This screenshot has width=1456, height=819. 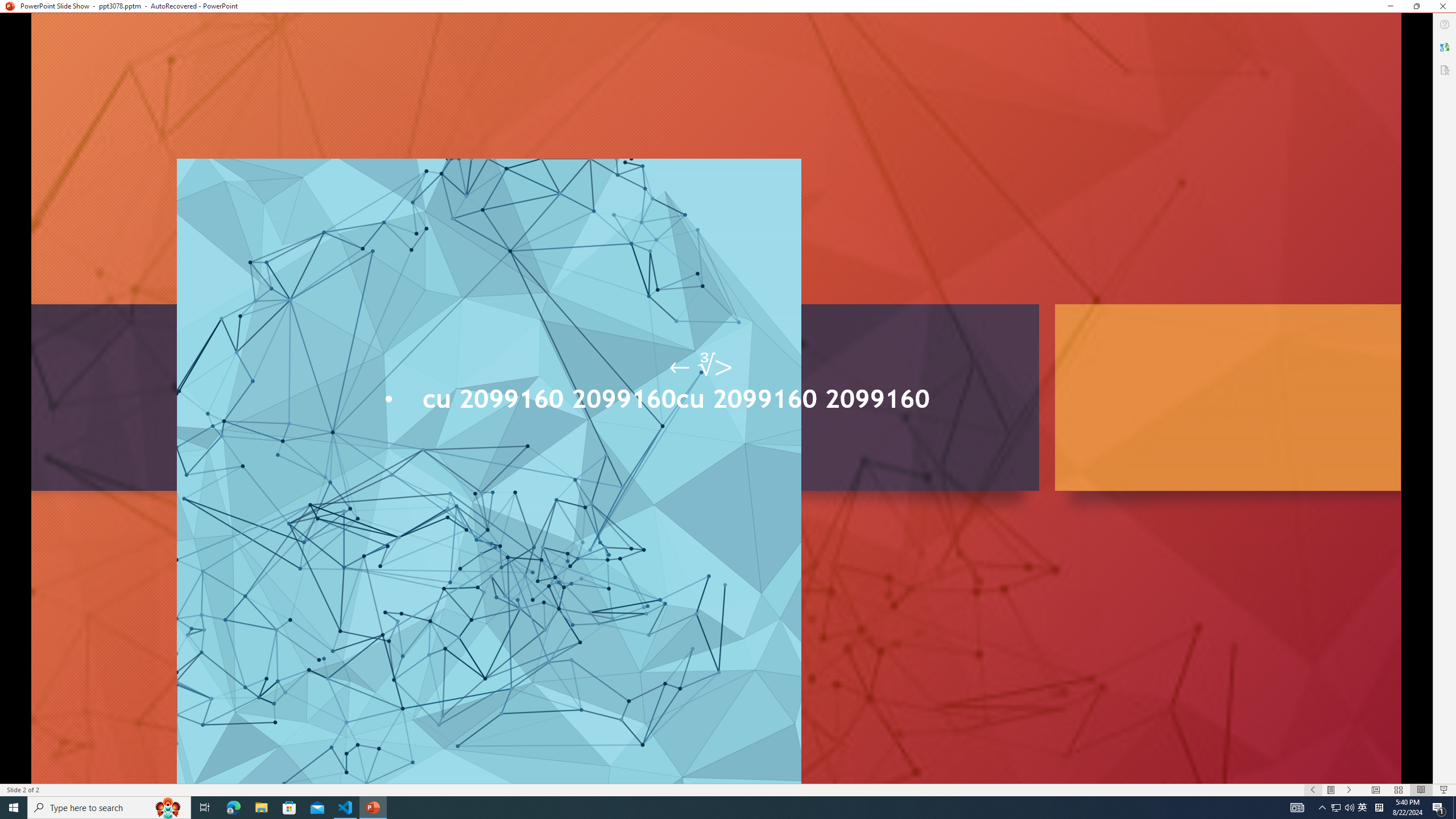 What do you see at coordinates (1349, 790) in the screenshot?
I see `'Slide Show Next On'` at bounding box center [1349, 790].